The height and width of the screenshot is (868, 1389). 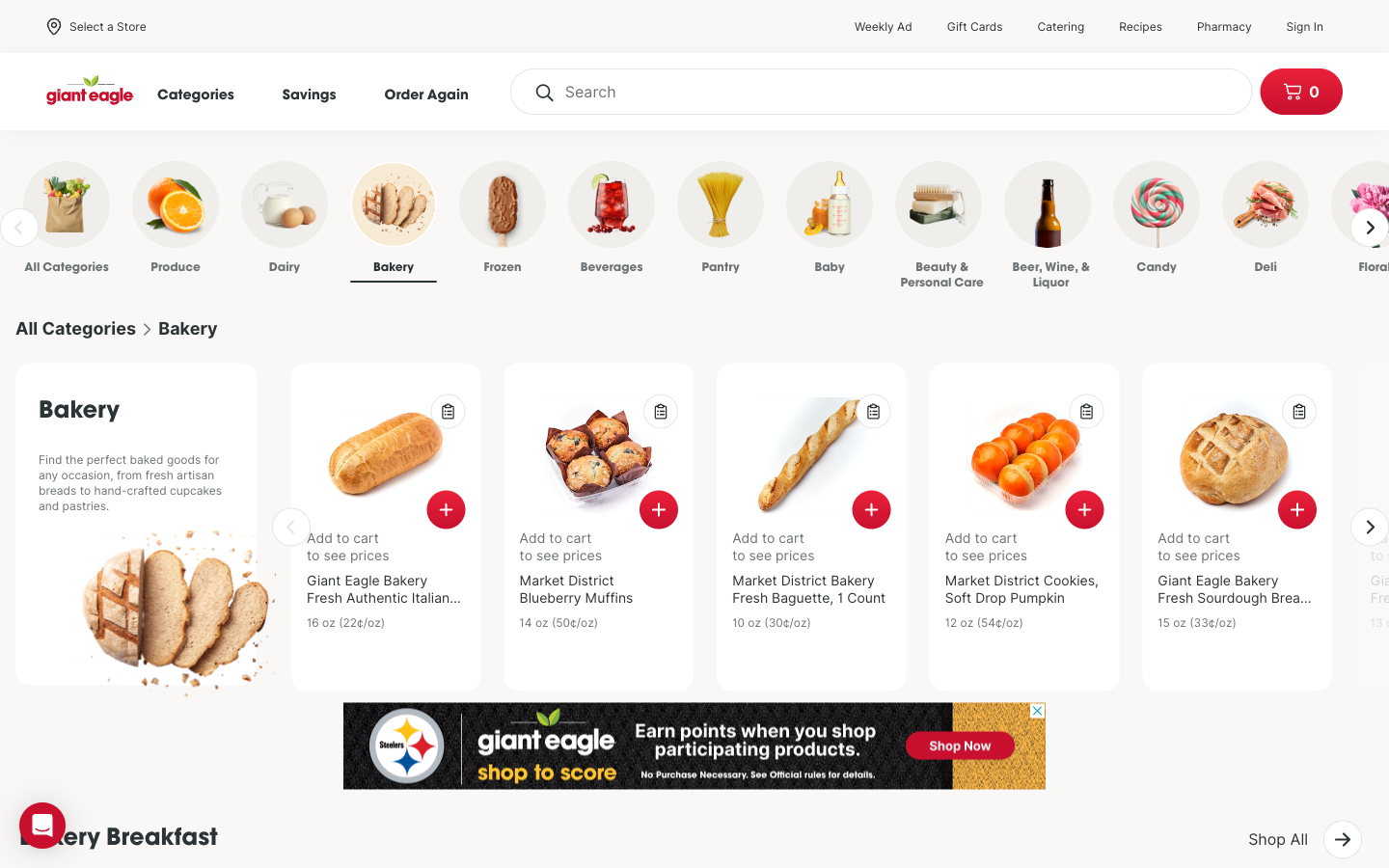 I want to click on Go to the produce categroy page, so click(x=150, y=221).